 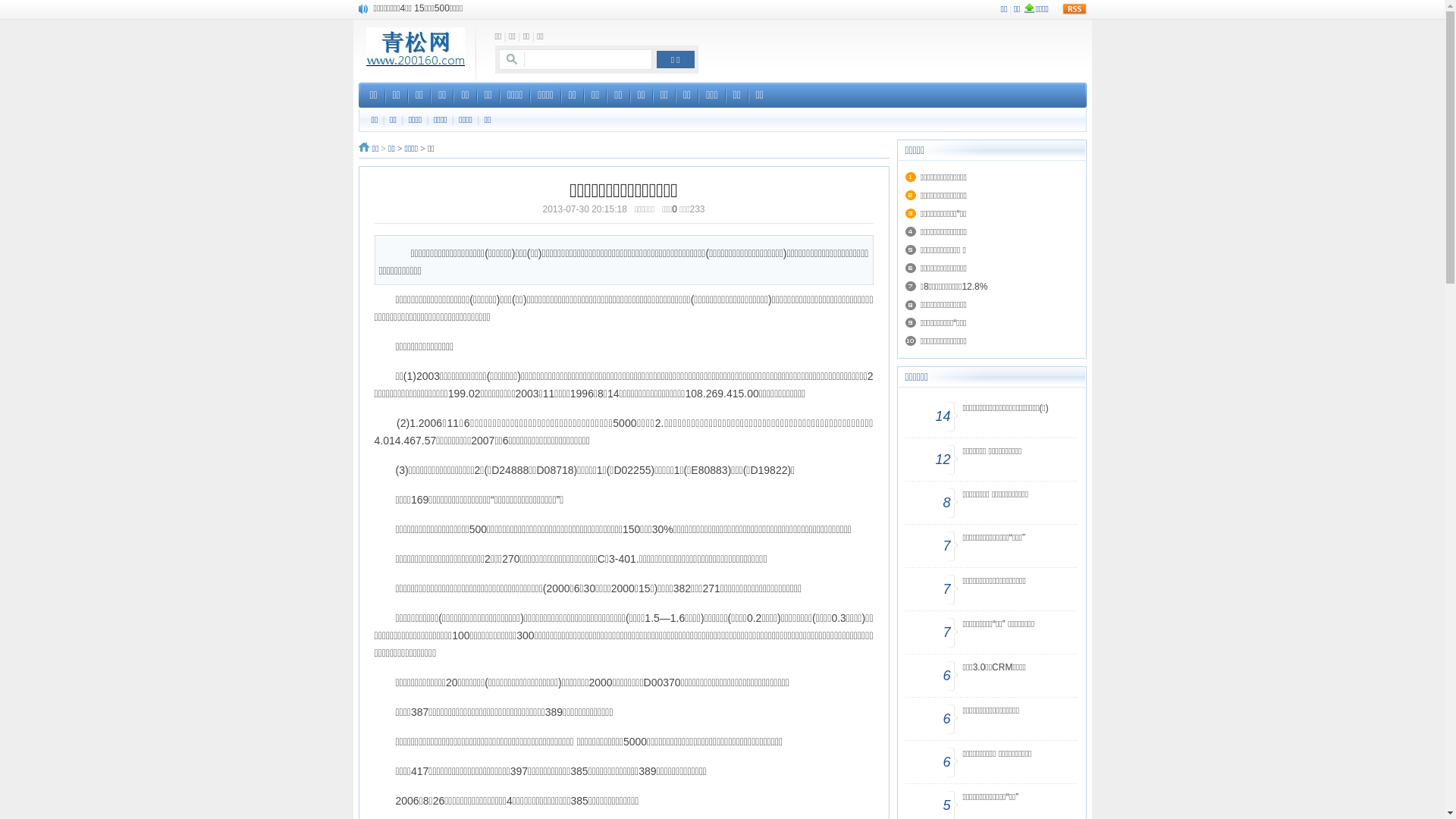 I want to click on '0', so click(x=671, y=209).